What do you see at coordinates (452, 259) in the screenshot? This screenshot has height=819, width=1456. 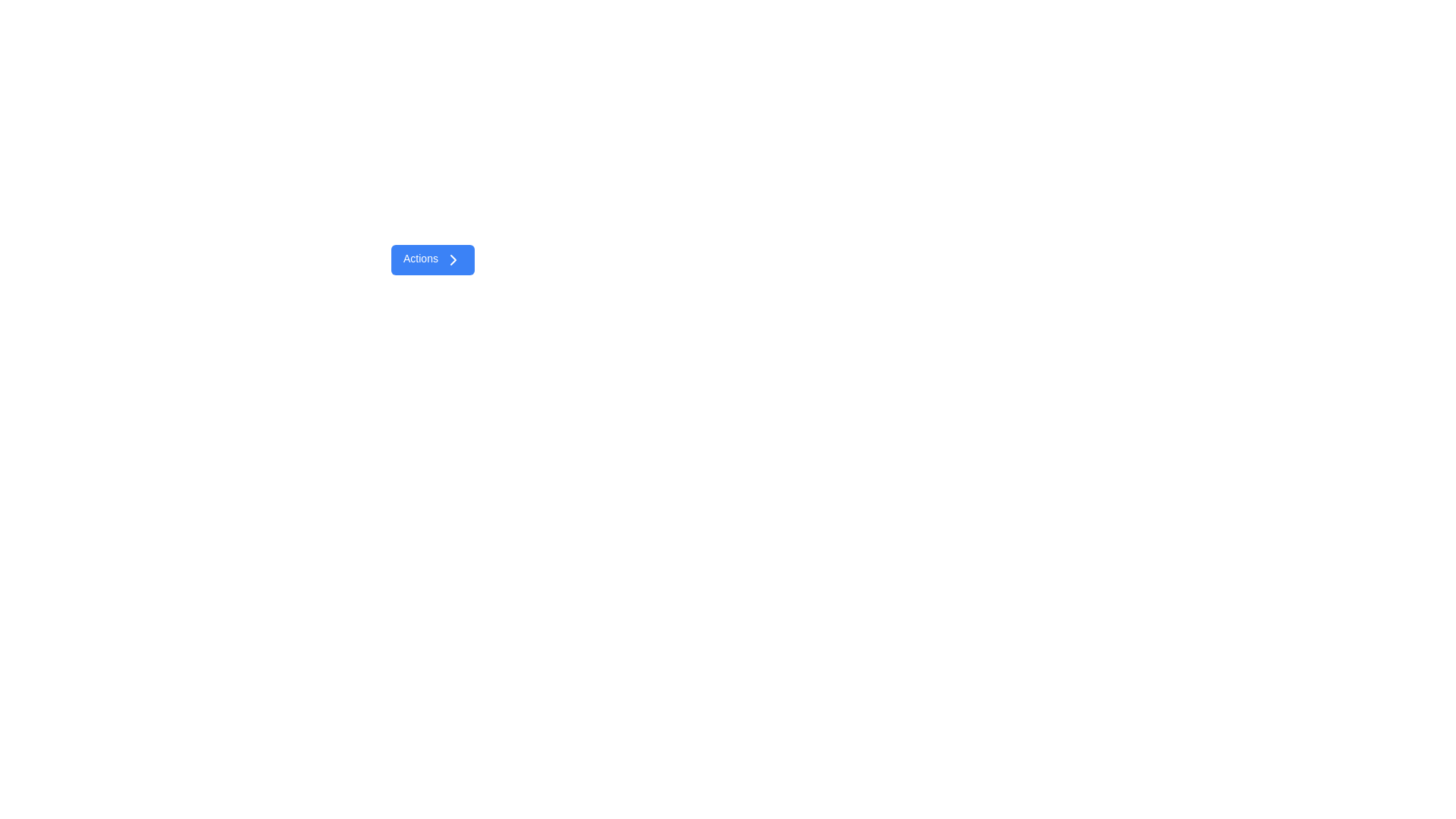 I see `the forward/expand icon located within the 'Actions' button component, which is positioned adjacent to the text label 'Actions'` at bounding box center [452, 259].